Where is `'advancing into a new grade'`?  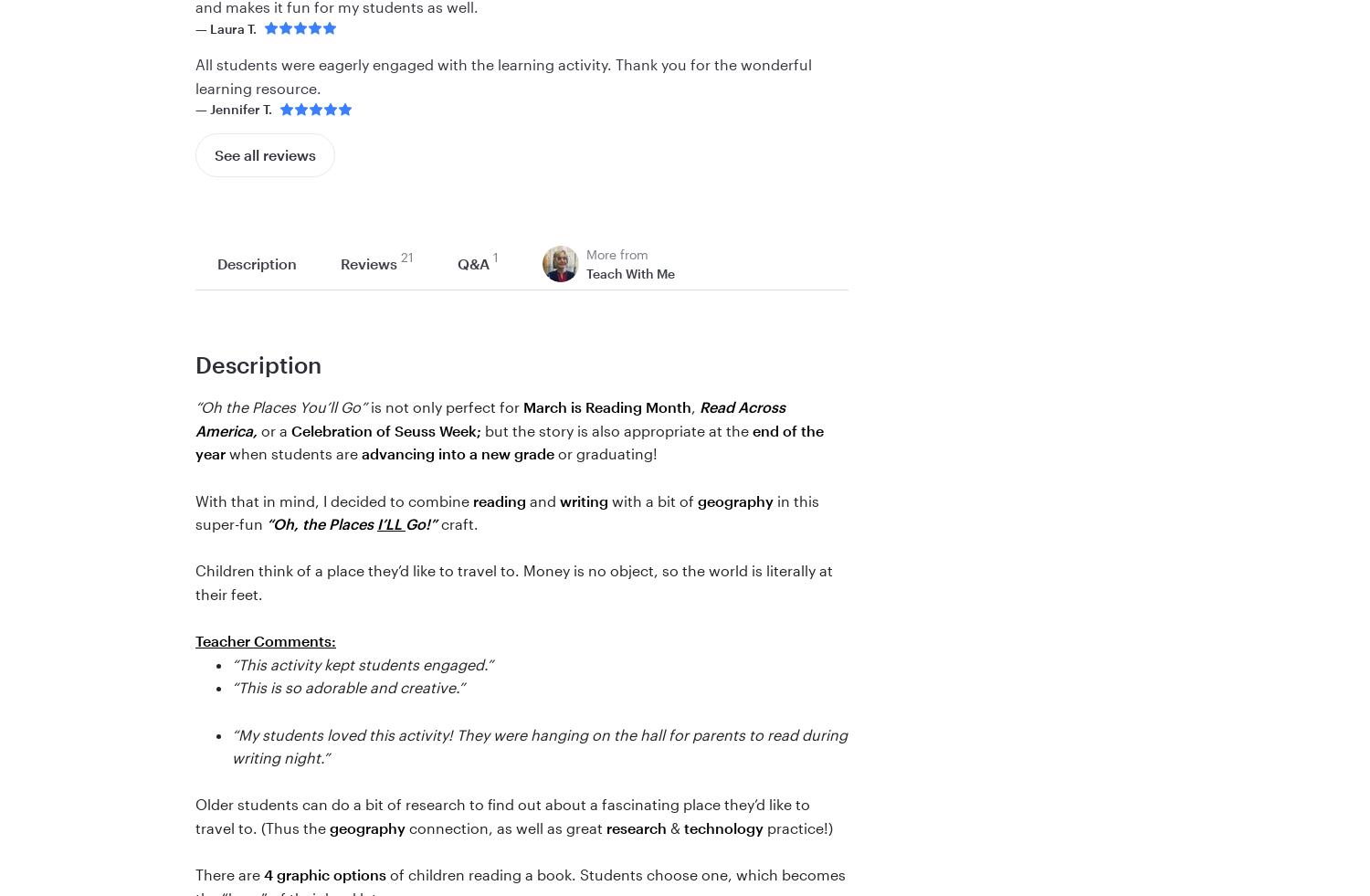 'advancing into a new grade' is located at coordinates (458, 453).